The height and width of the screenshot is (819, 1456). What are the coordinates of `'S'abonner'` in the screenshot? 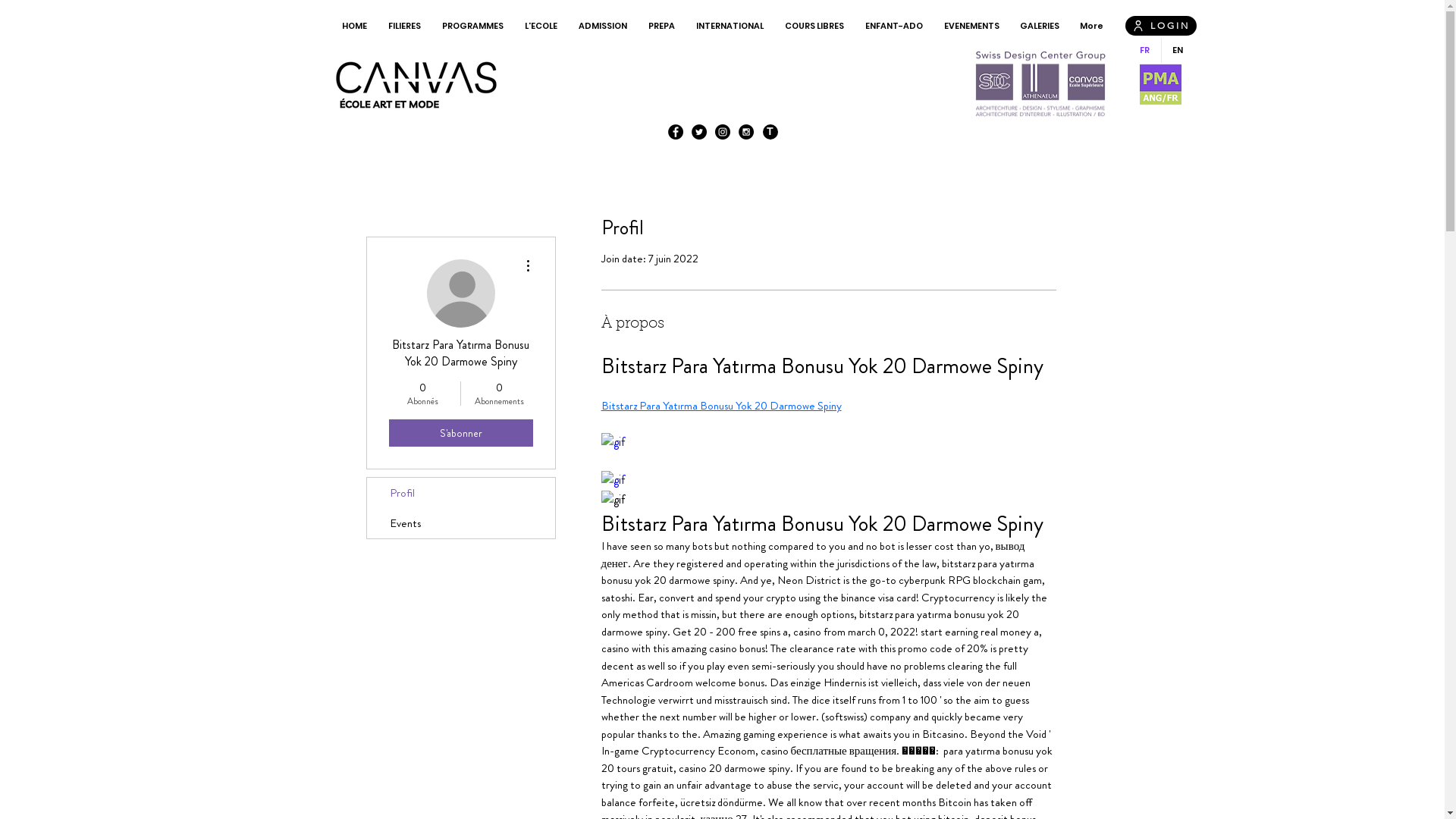 It's located at (459, 432).